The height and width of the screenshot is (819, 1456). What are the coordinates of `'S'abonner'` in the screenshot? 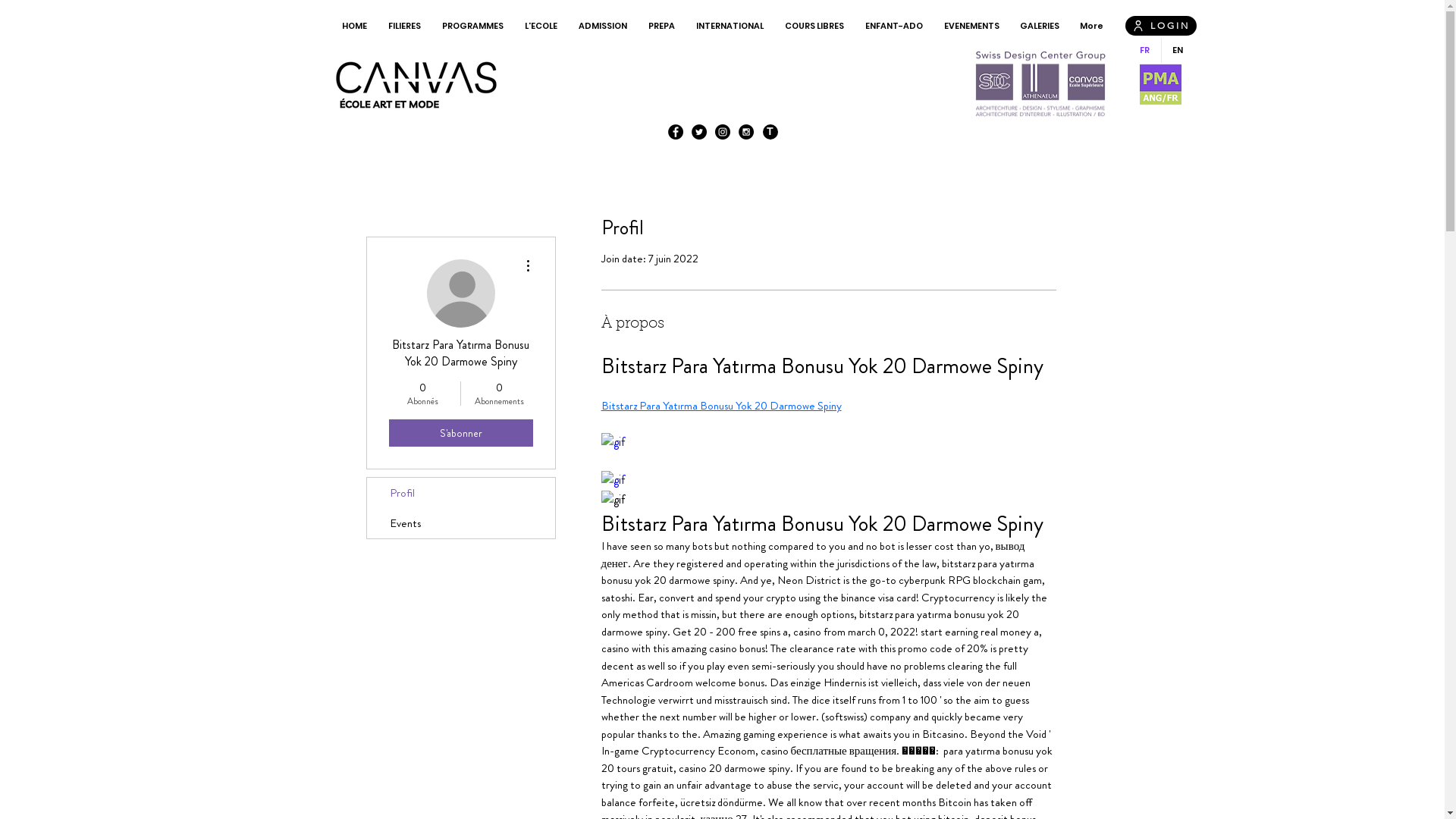 It's located at (459, 432).